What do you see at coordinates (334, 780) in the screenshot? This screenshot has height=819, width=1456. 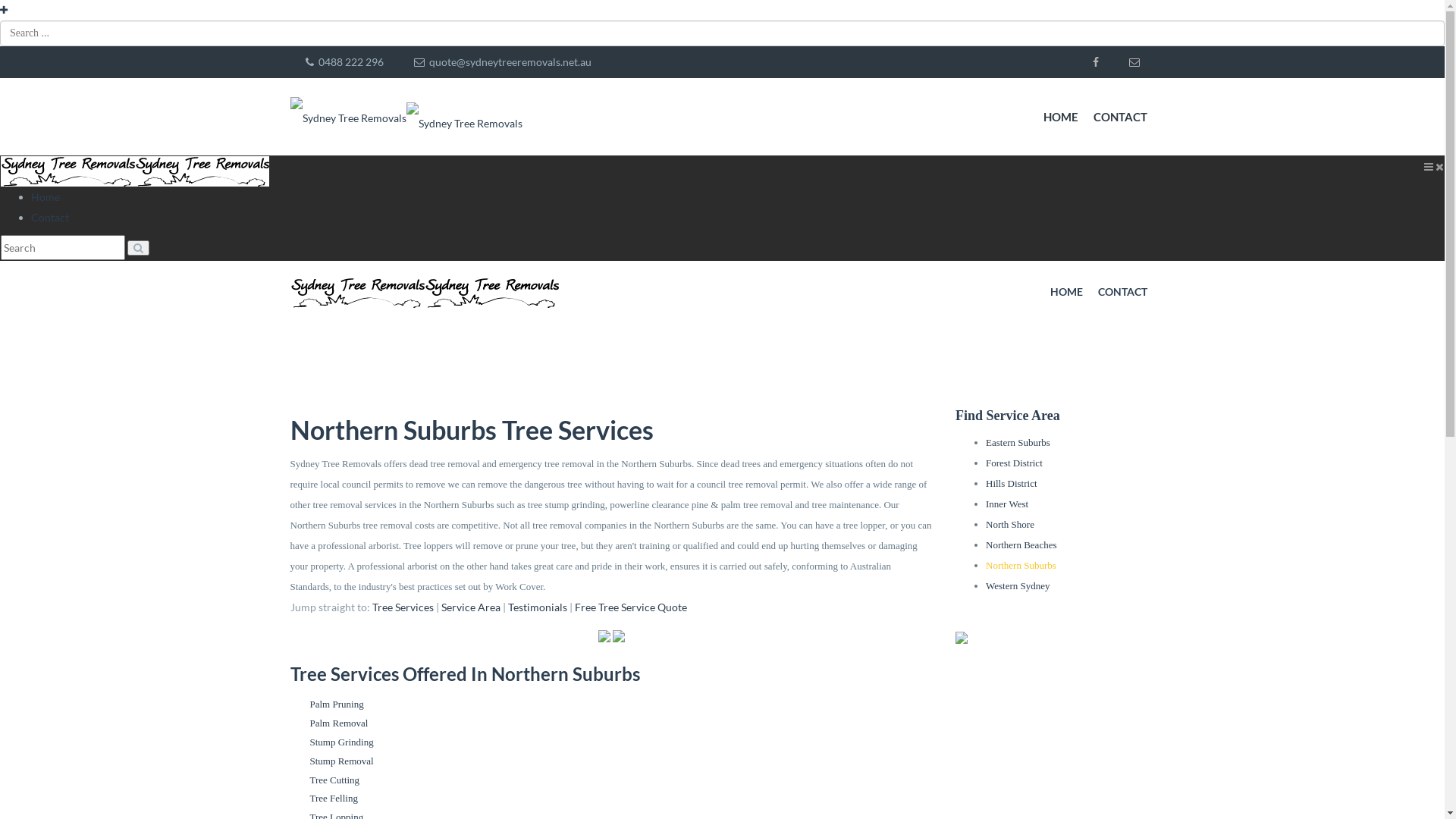 I see `'Tree Cutting'` at bounding box center [334, 780].